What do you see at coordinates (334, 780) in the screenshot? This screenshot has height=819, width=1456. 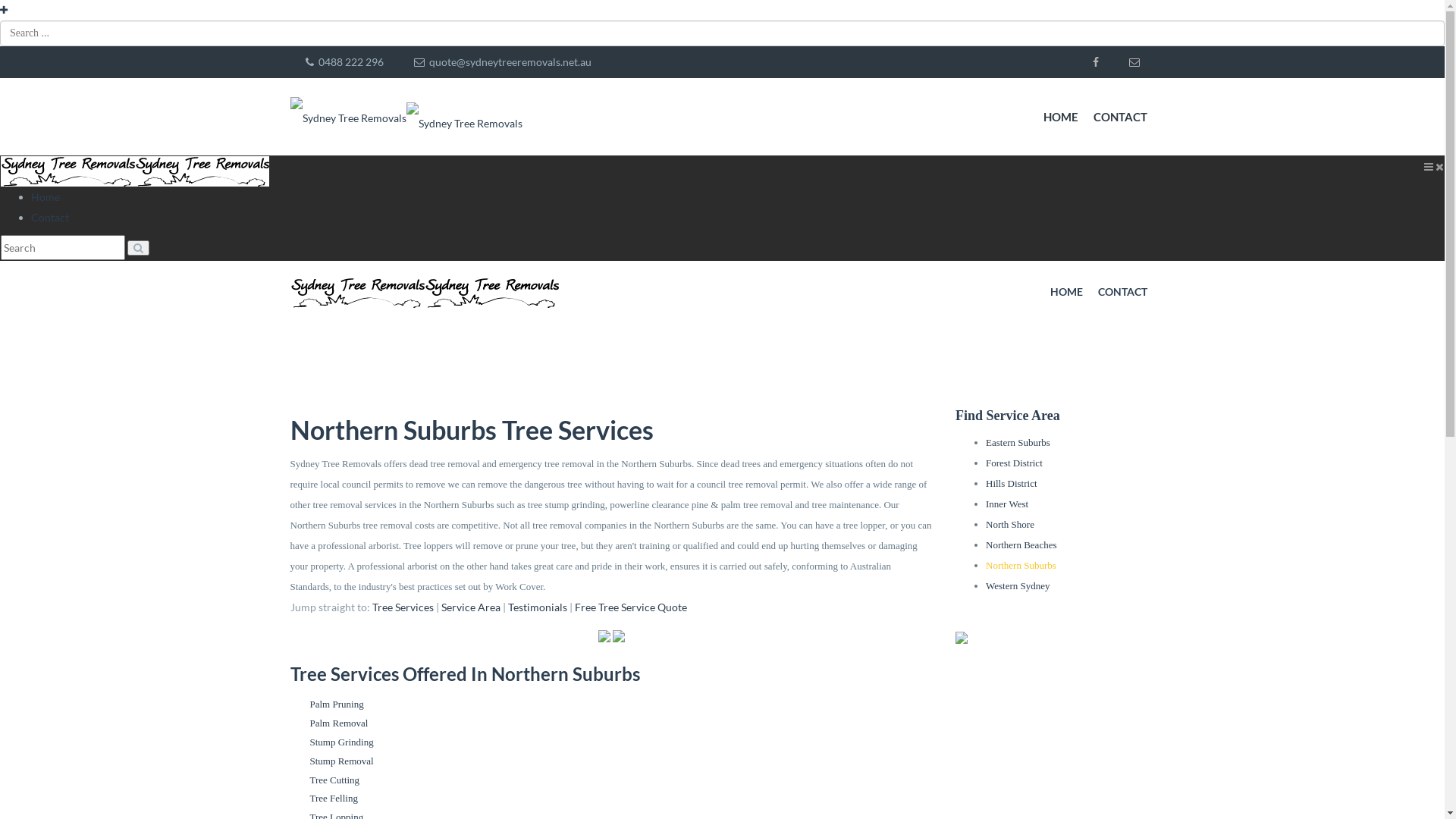 I see `'Tree Cutting'` at bounding box center [334, 780].